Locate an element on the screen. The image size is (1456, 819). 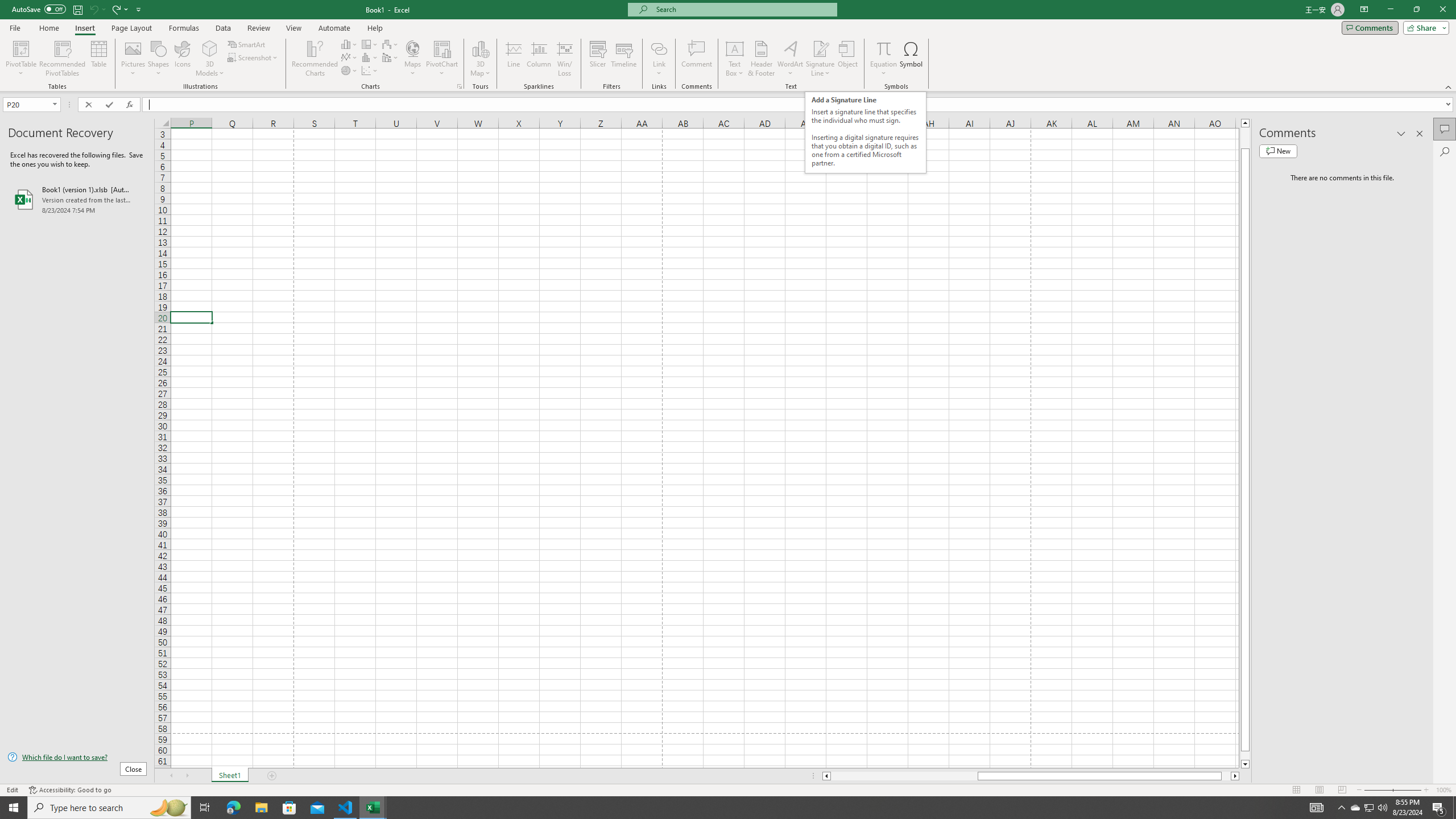
'3D Models' is located at coordinates (209, 59).